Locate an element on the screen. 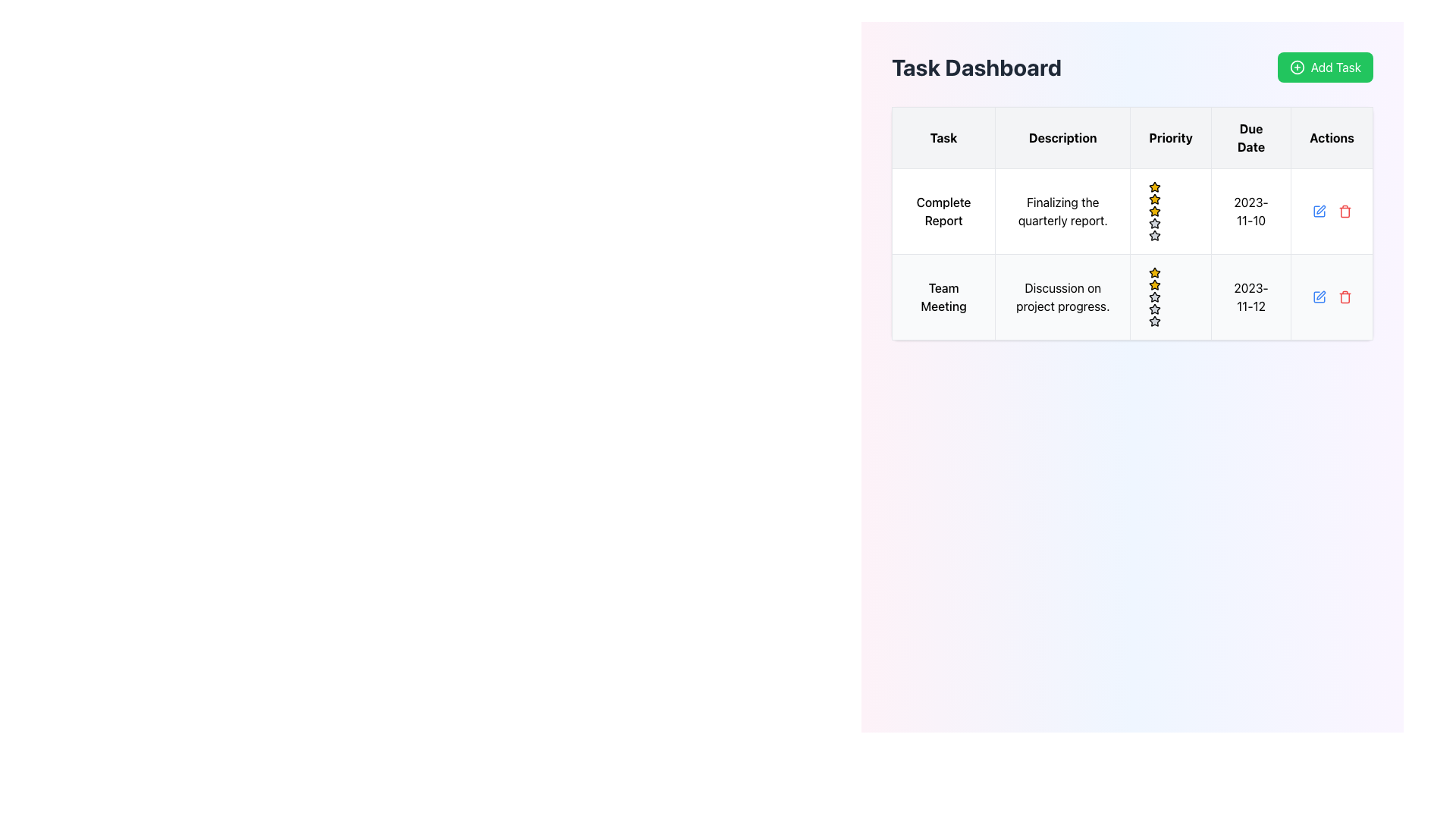  the table rows or icons in the Task Dashboard table that has a white background, rounded corners, and contains task information is located at coordinates (1132, 223).